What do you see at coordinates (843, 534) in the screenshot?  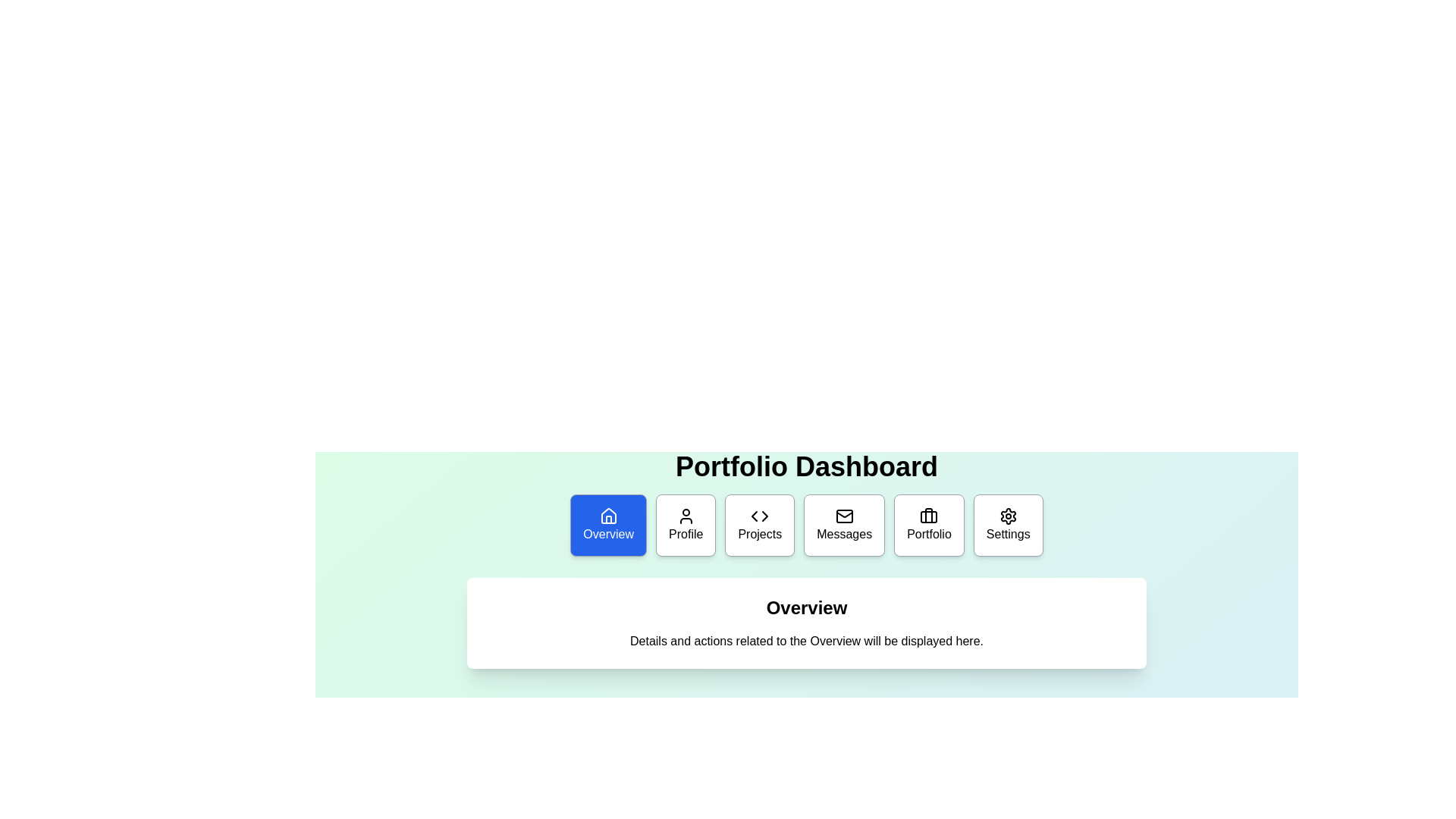 I see `text label displaying 'Messages' located at the center of the Messages interface block beneath the envelope icon` at bounding box center [843, 534].